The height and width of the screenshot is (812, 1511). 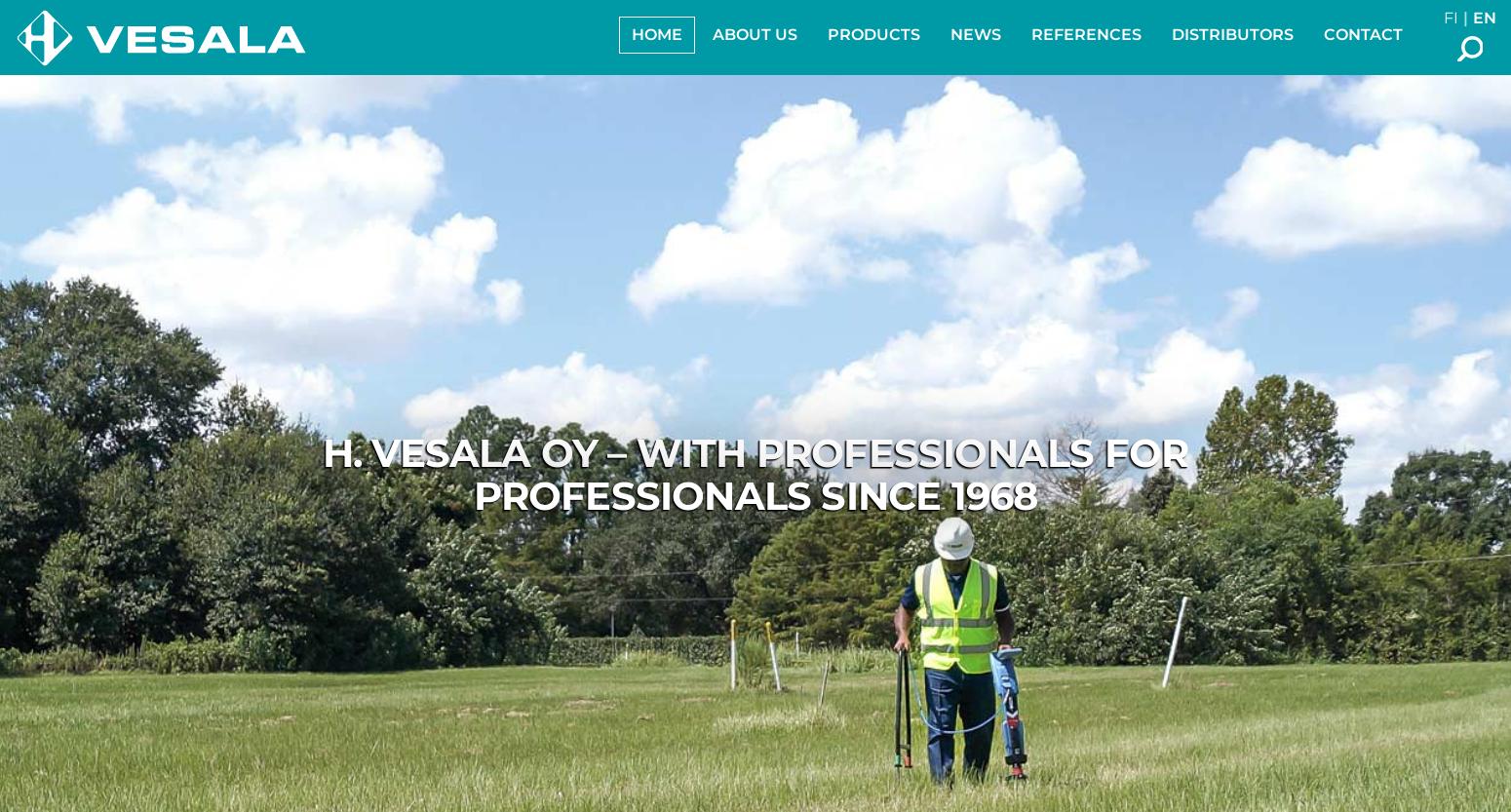 I want to click on 'Contact', so click(x=1362, y=34).